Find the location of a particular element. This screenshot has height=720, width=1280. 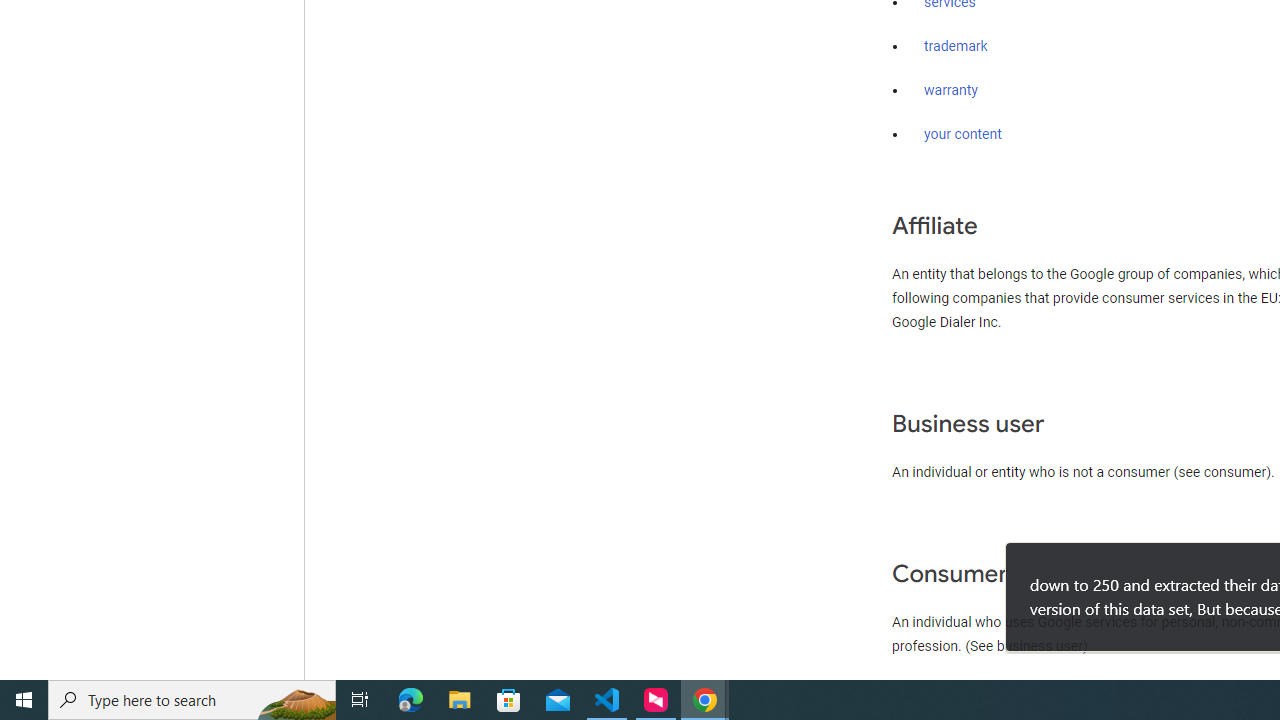

'your content' is located at coordinates (963, 135).